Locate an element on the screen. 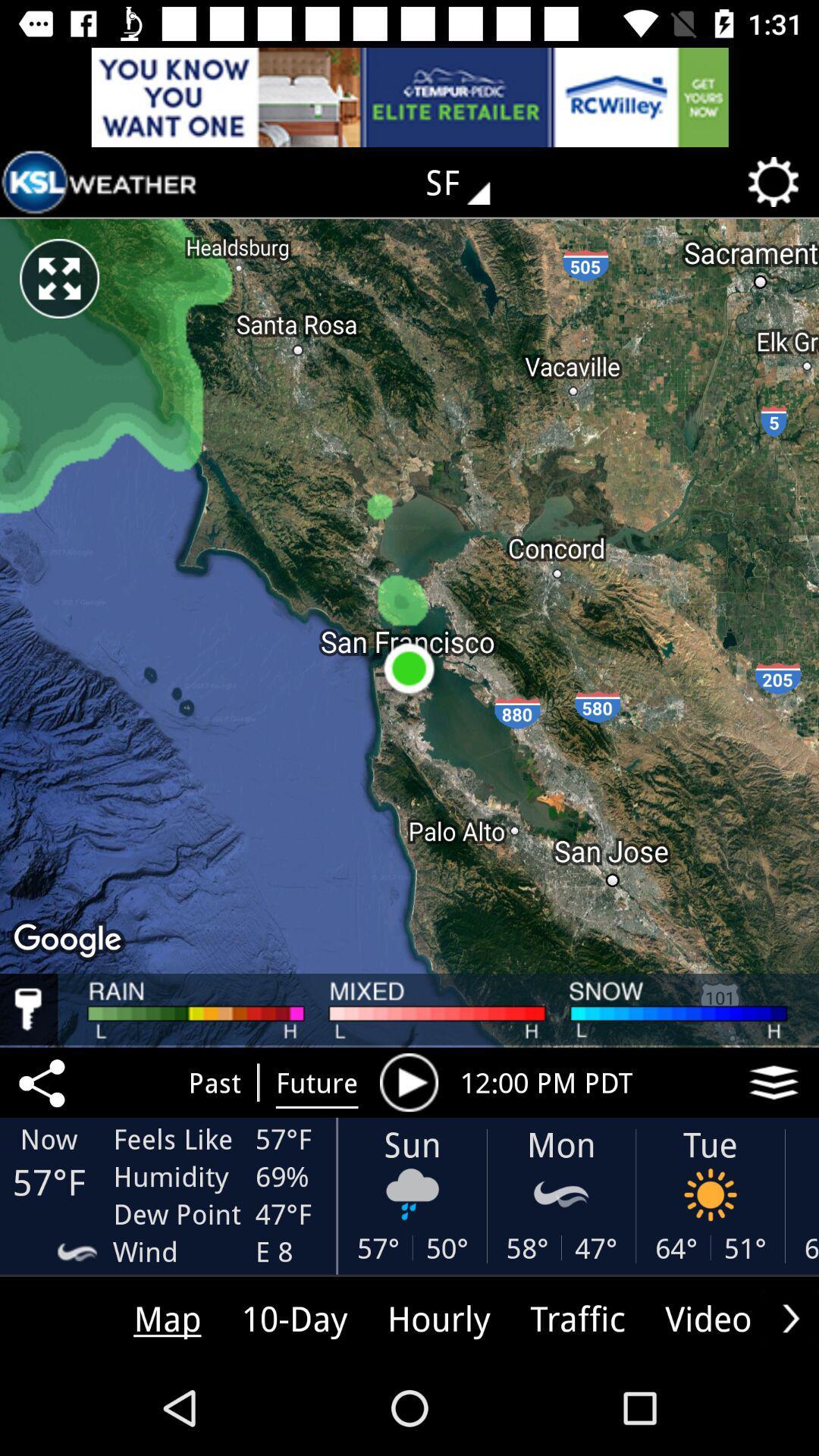  the layers icon is located at coordinates (773, 1081).